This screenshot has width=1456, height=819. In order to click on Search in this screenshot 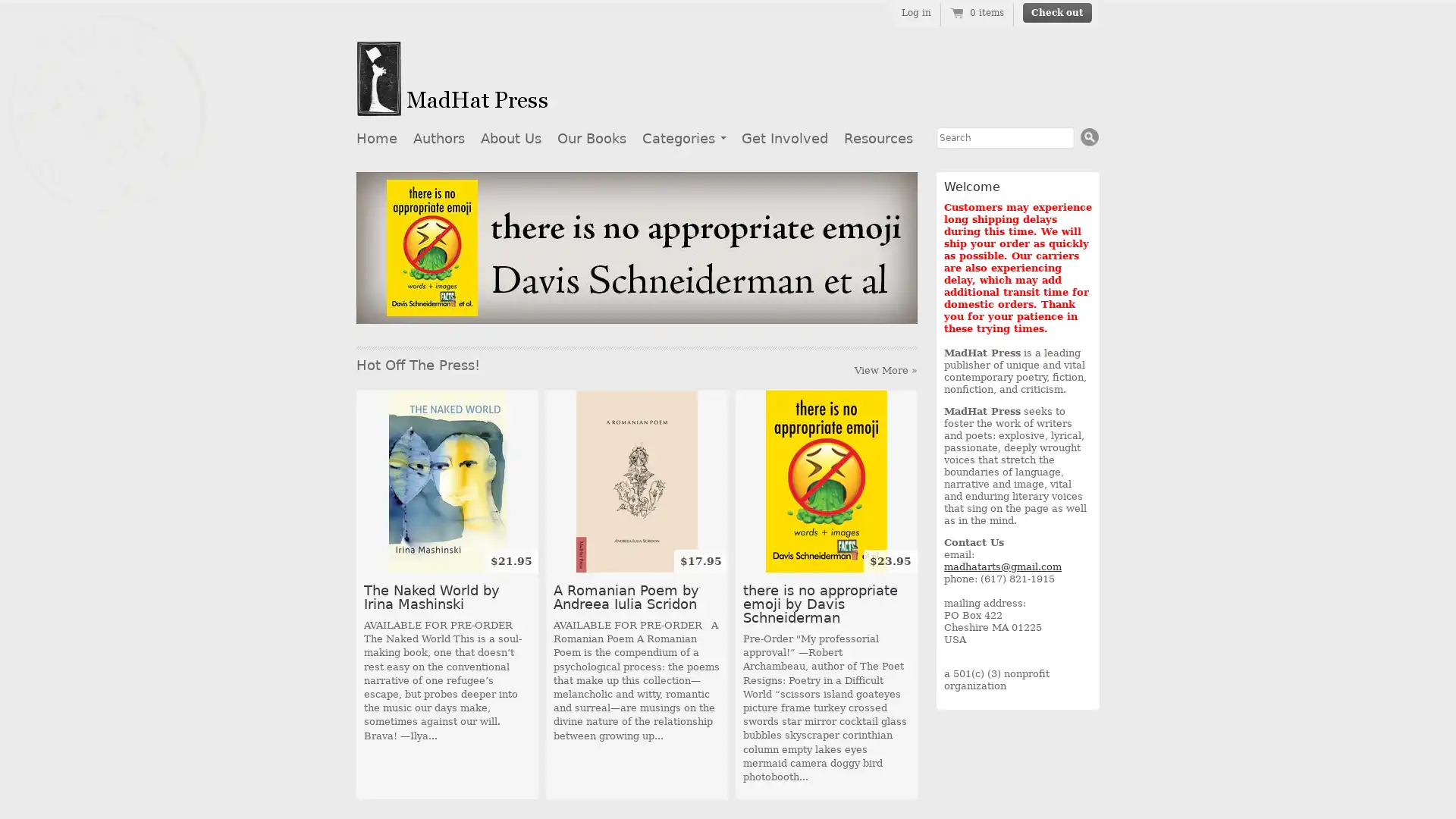, I will do `click(1089, 136)`.